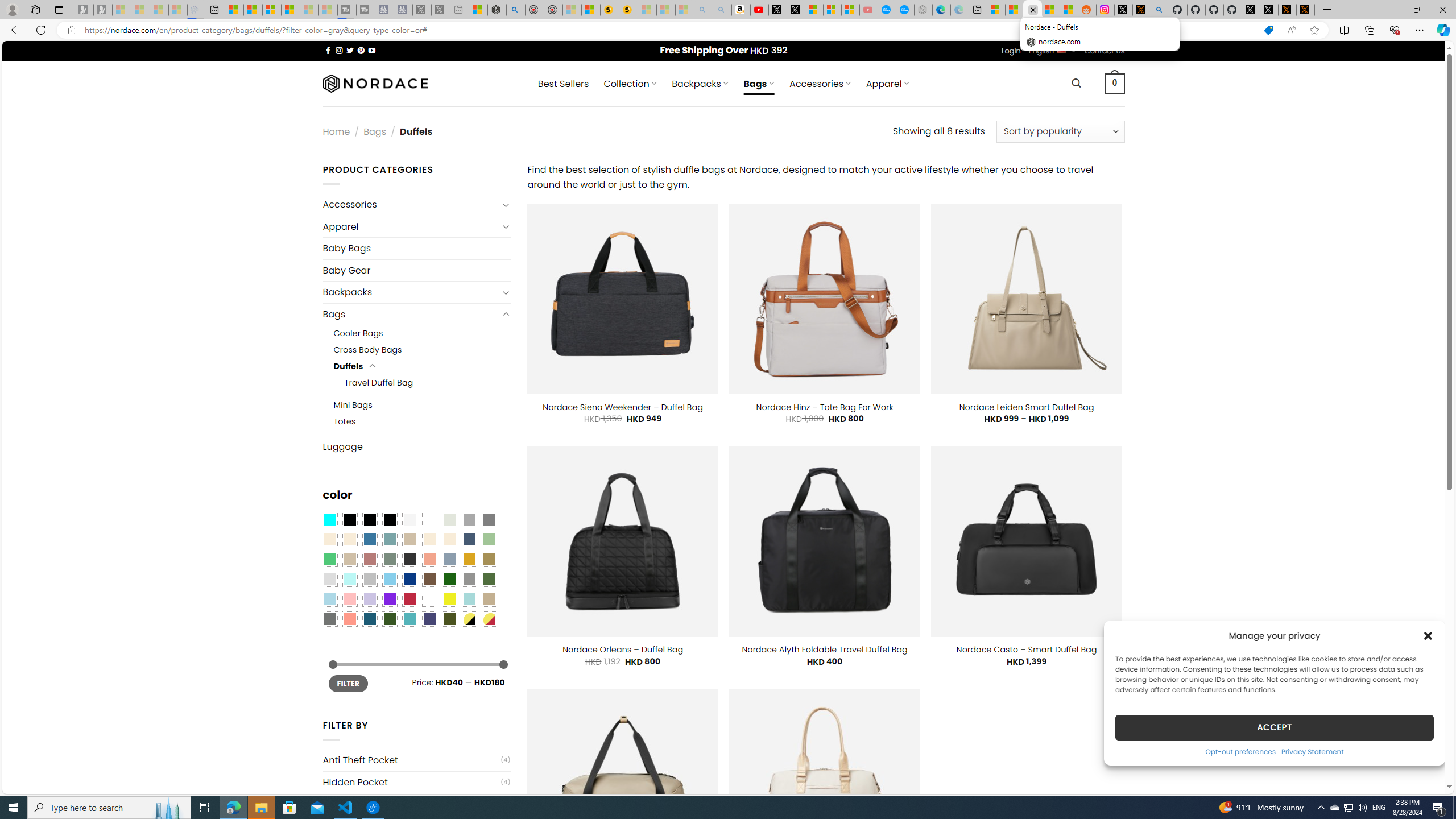 This screenshot has width=1456, height=819. I want to click on 'Light Purple', so click(369, 599).